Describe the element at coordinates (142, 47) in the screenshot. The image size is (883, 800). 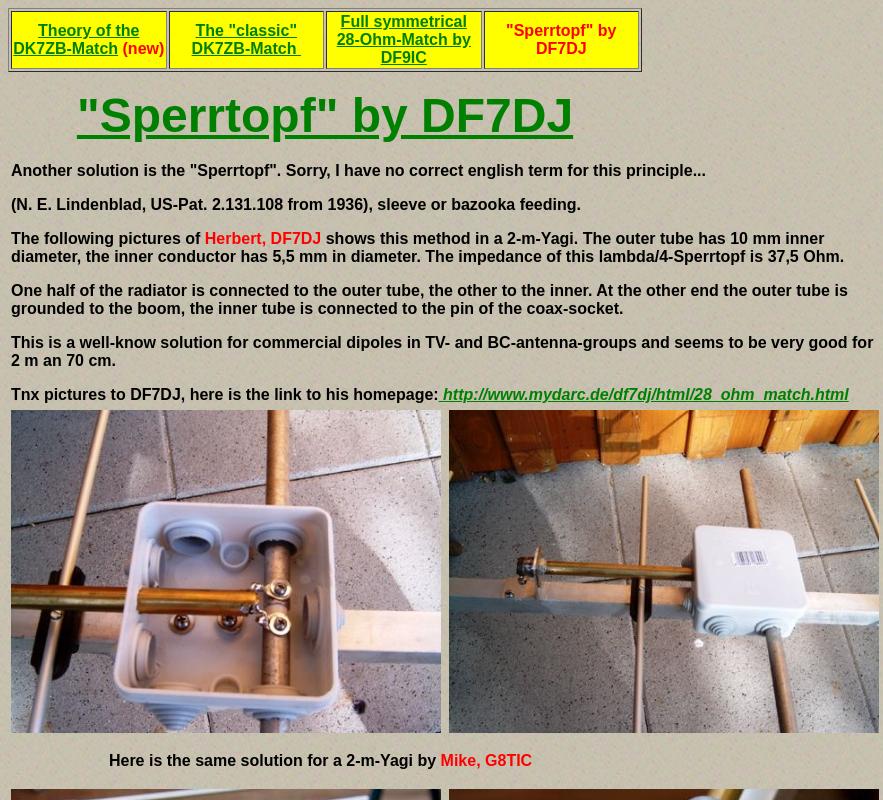
I see `'(new)'` at that location.